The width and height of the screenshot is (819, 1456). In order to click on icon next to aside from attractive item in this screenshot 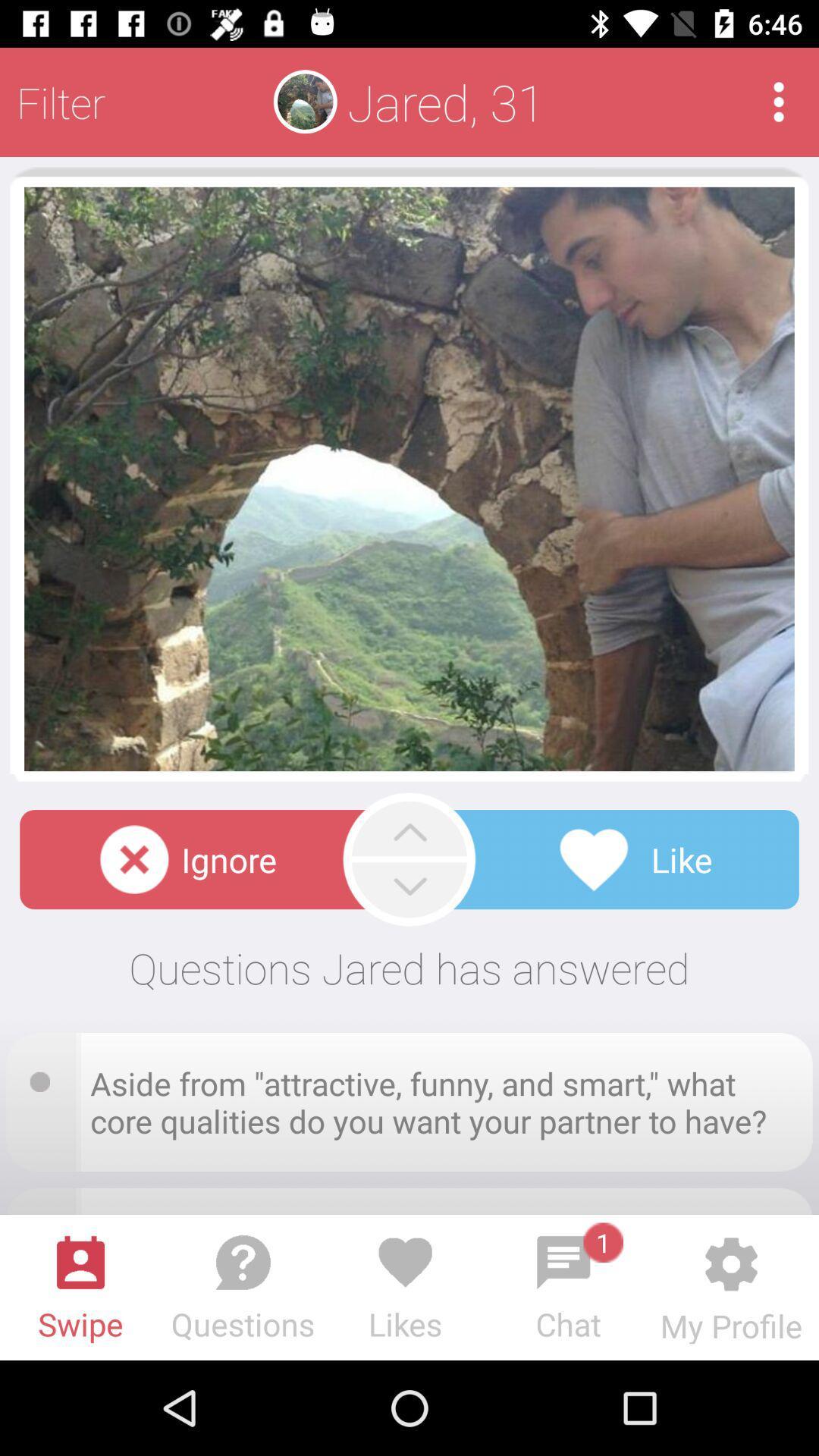, I will do `click(44, 1076)`.